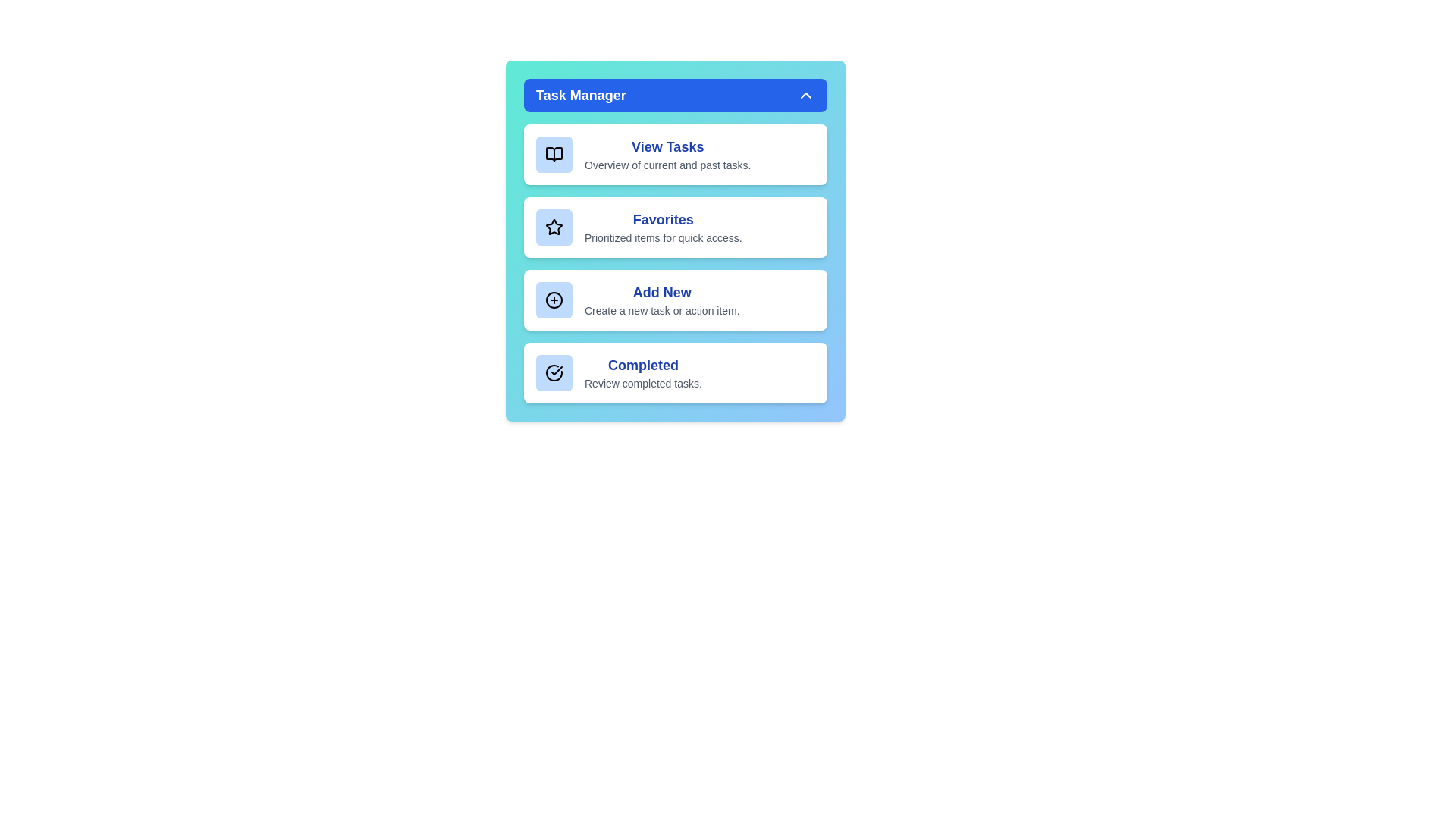  Describe the element at coordinates (675, 373) in the screenshot. I see `the 'Completed' menu item to review completed tasks` at that location.